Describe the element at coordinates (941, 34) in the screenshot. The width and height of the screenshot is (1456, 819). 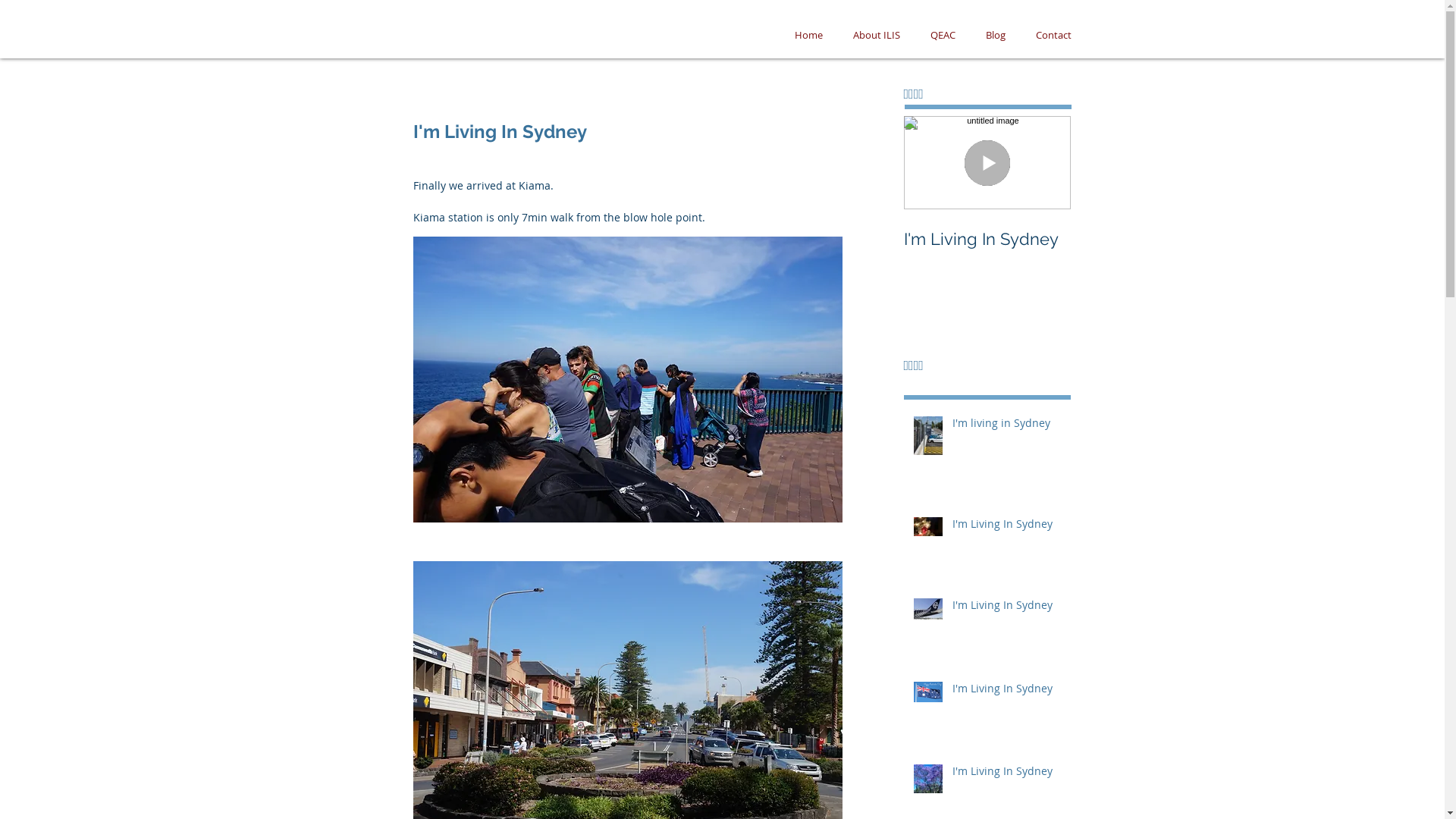
I see `'QEAC'` at that location.